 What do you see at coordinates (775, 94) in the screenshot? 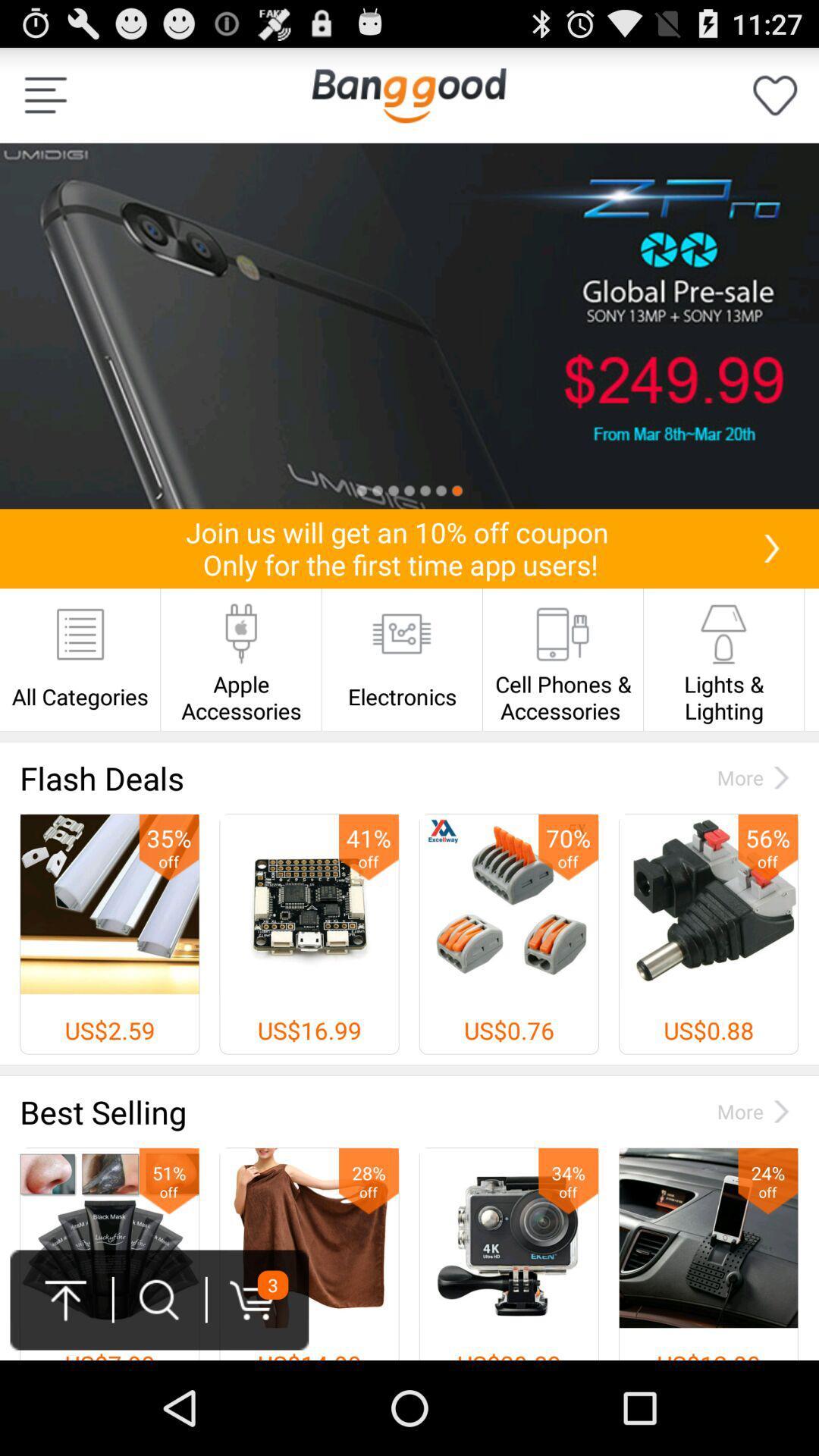
I see `the icon at the top right corner` at bounding box center [775, 94].